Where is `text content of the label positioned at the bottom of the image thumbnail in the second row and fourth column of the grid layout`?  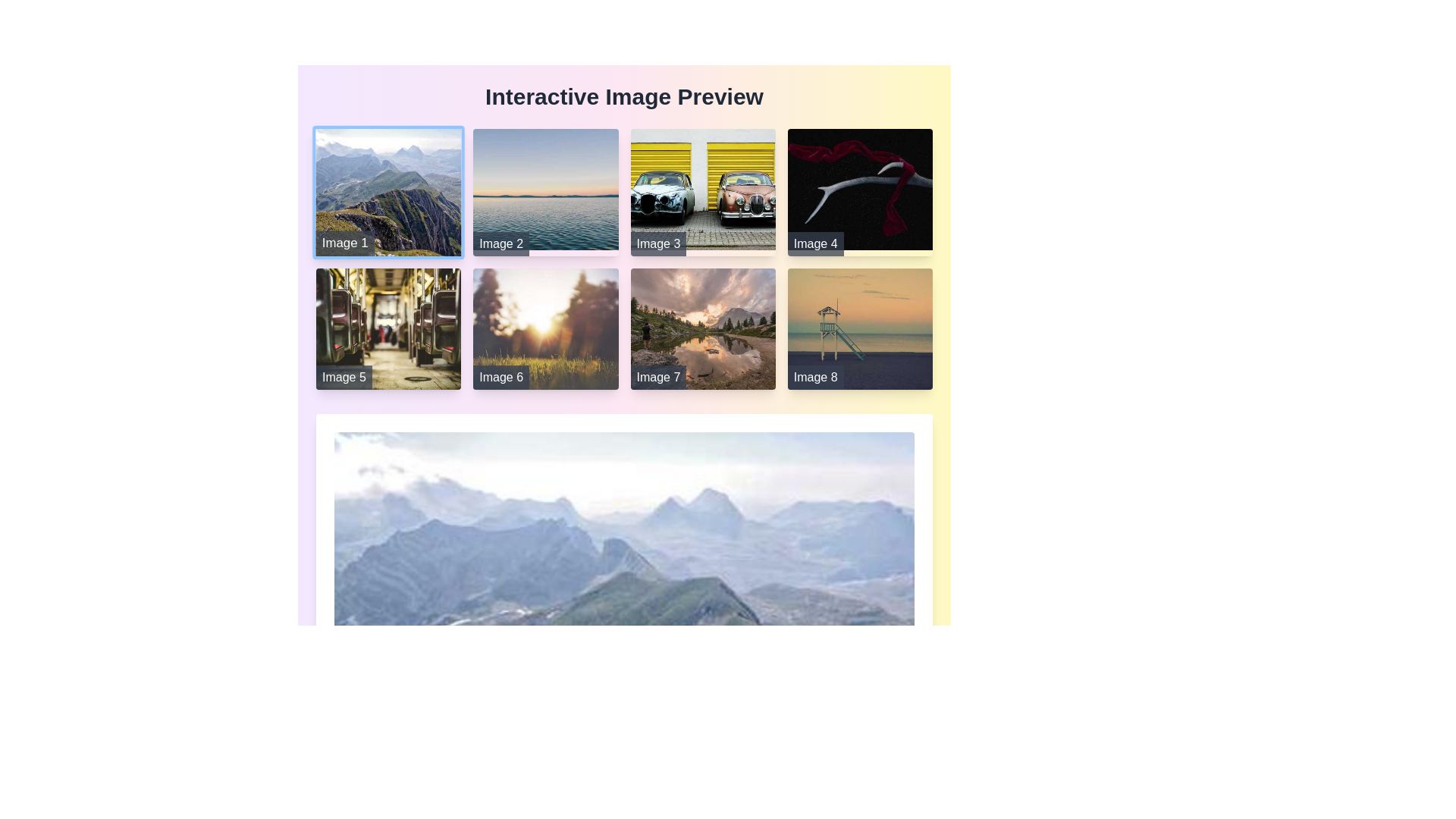
text content of the label positioned at the bottom of the image thumbnail in the second row and fourth column of the grid layout is located at coordinates (814, 243).